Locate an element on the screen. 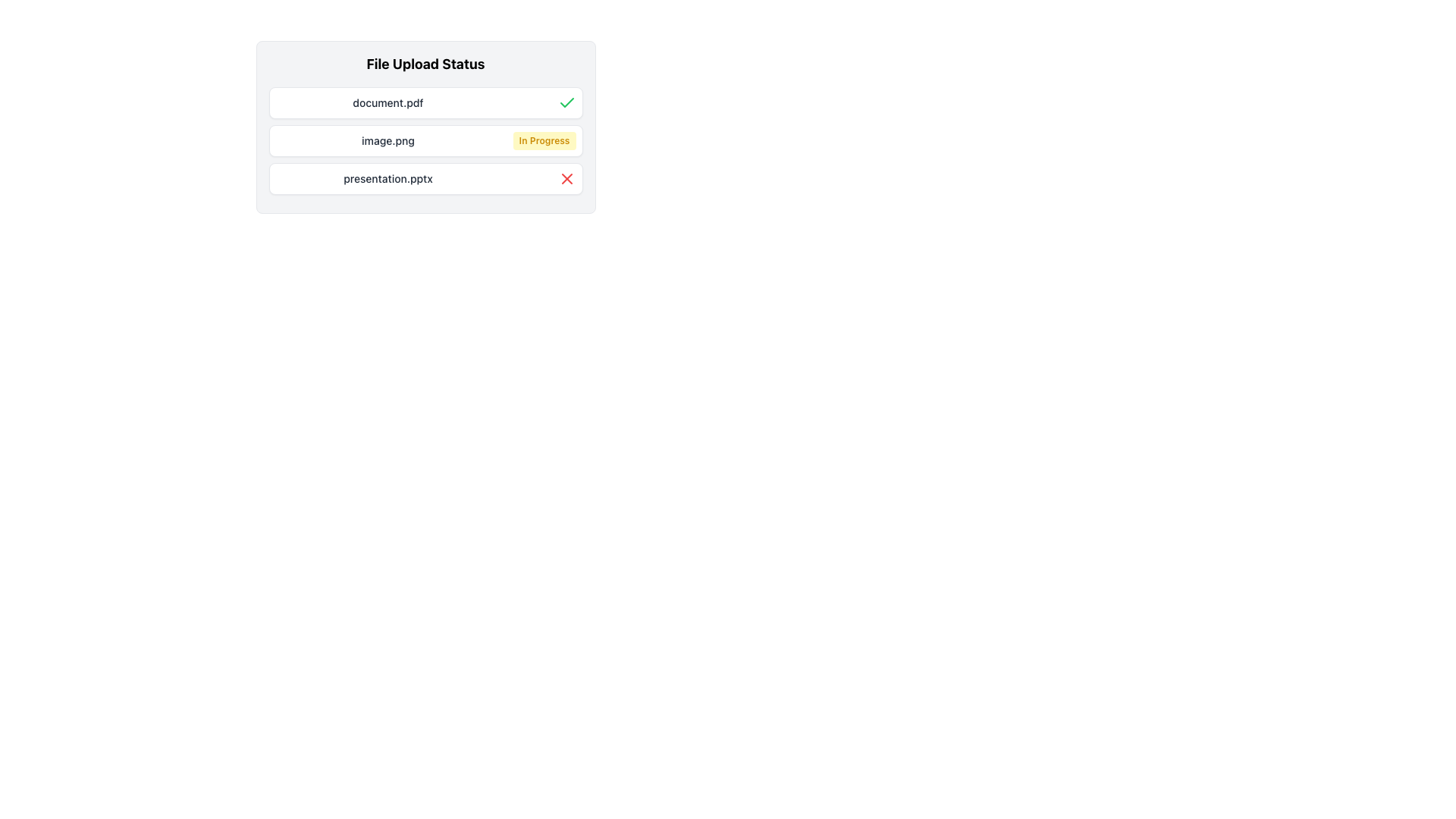  the text label that displays the name of the file, specifically positioned between 'document.pdf' and 'presentation.pptx' in the list is located at coordinates (388, 140).